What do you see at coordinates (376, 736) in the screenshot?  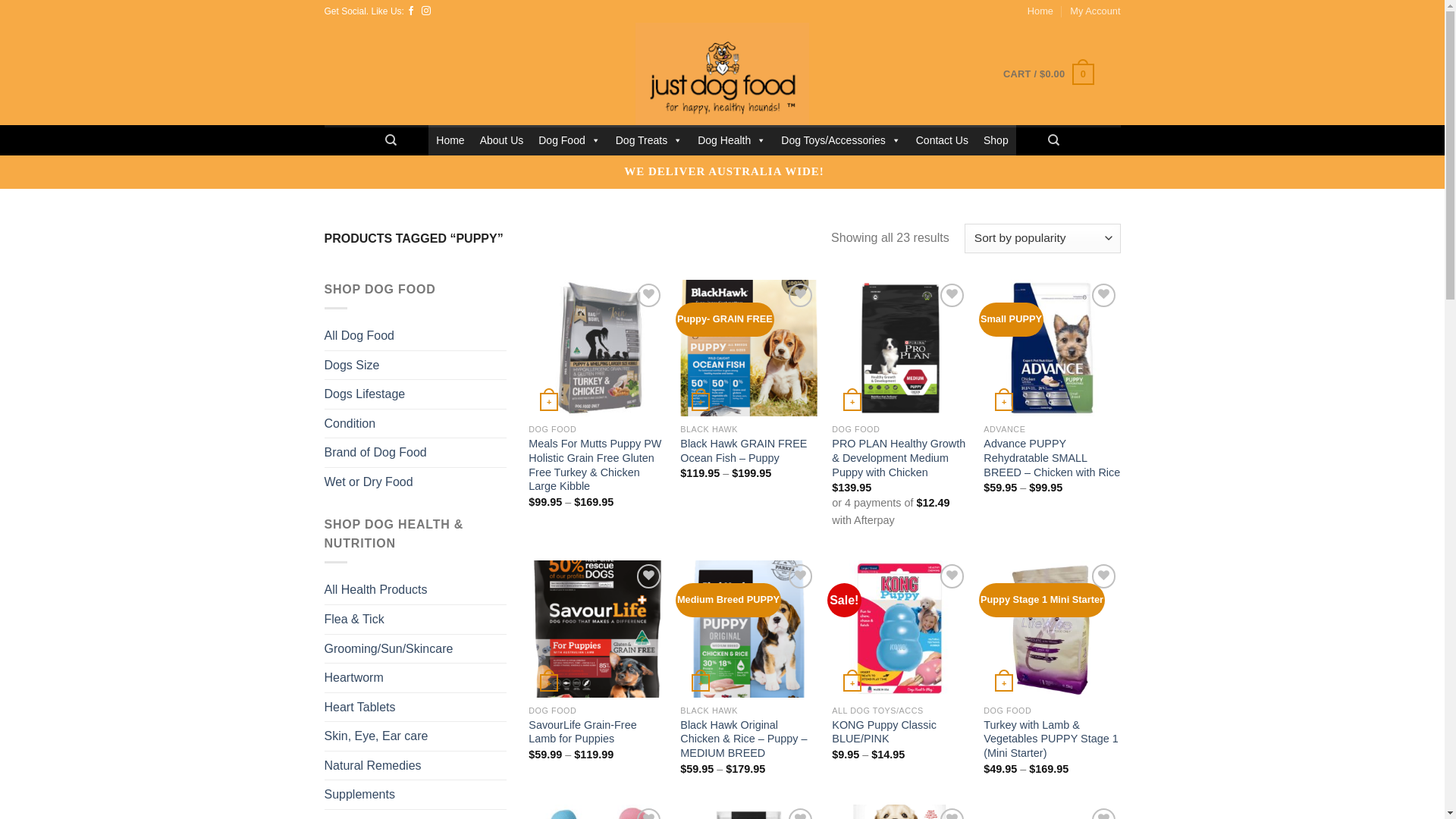 I see `'Skin, Eye, Ear care'` at bounding box center [376, 736].